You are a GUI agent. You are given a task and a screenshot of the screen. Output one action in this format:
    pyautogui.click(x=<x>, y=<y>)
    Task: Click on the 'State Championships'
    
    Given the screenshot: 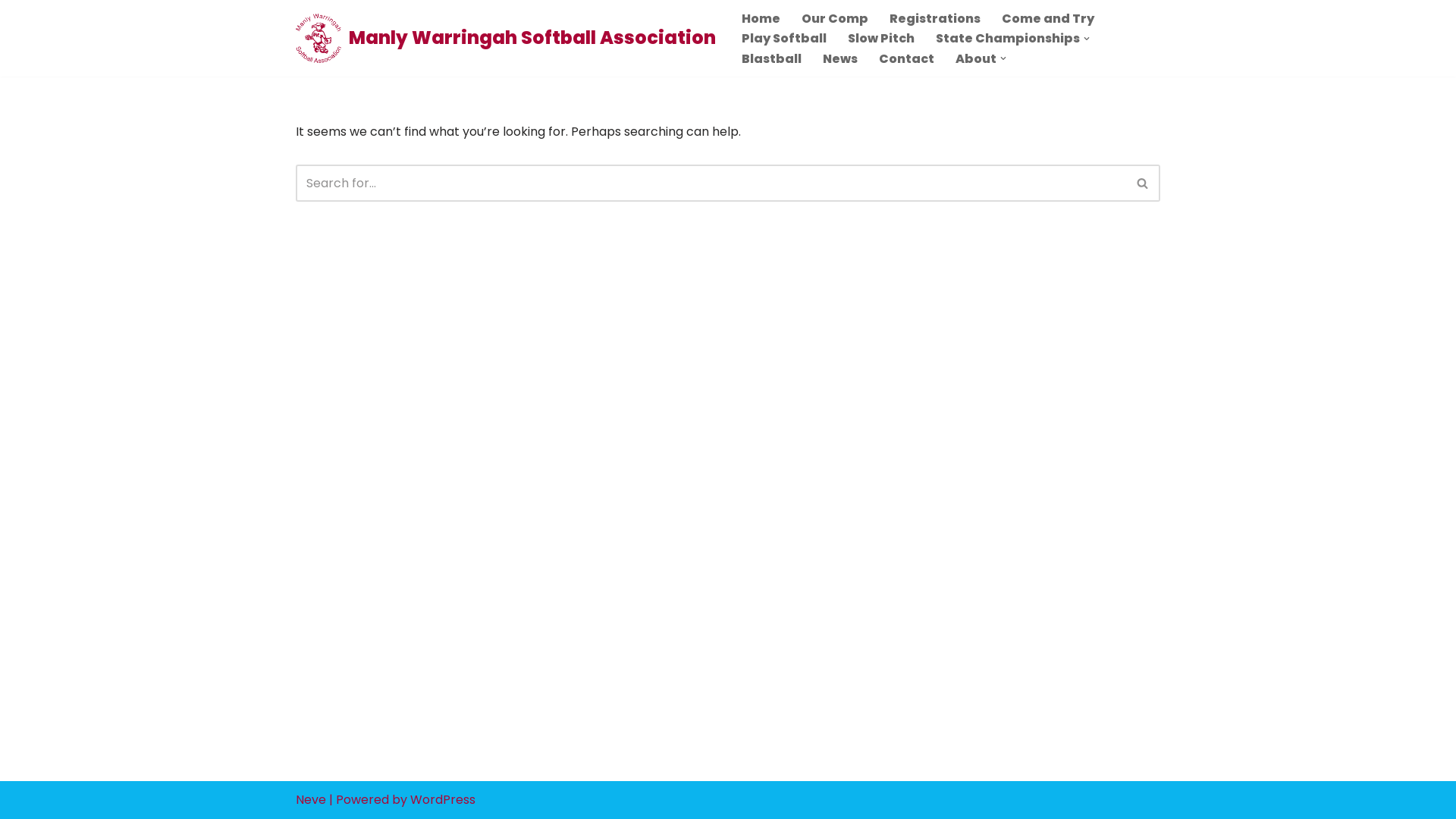 What is the action you would take?
    pyautogui.click(x=1008, y=37)
    